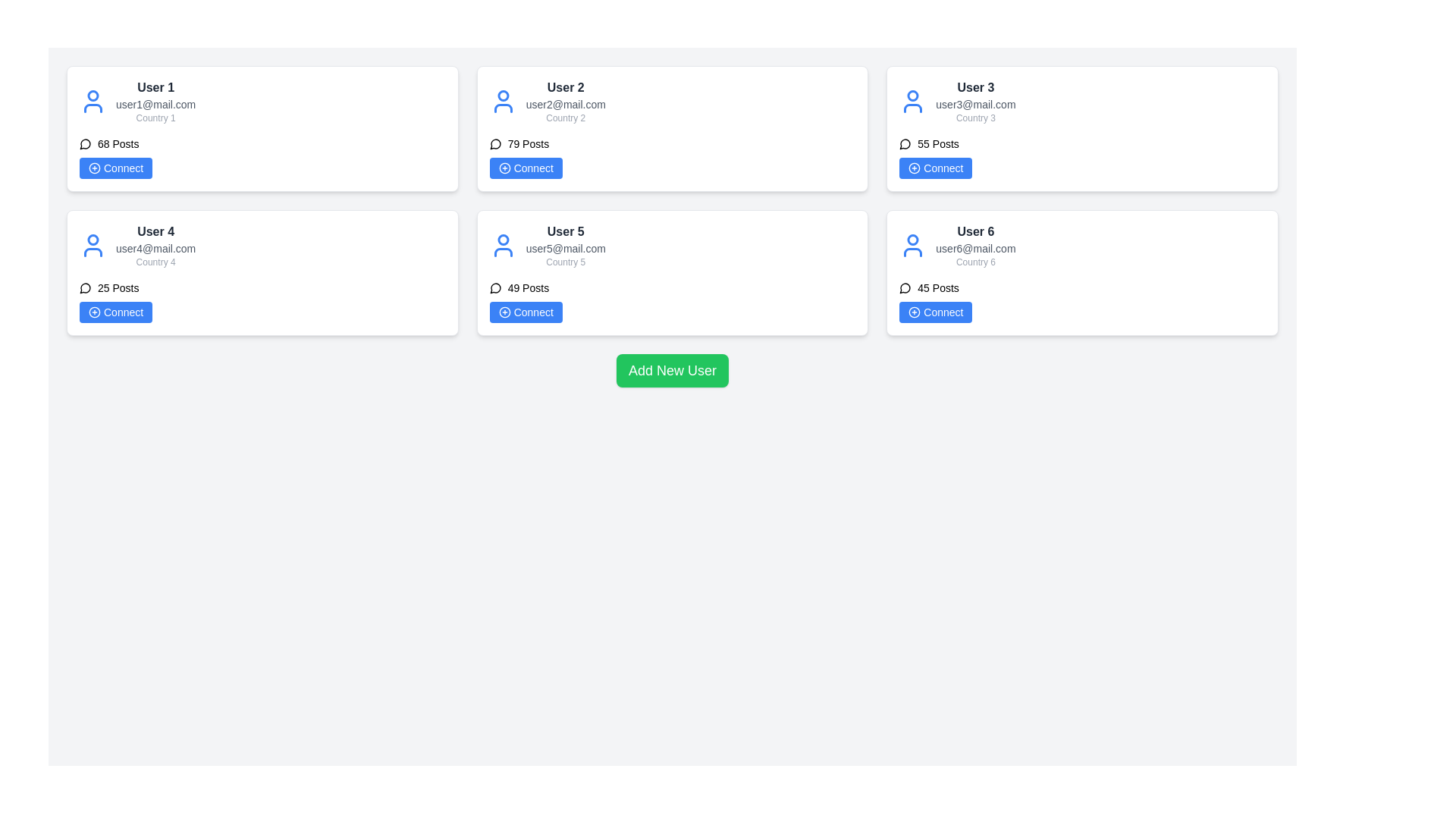 Image resolution: width=1456 pixels, height=819 pixels. What do you see at coordinates (84, 144) in the screenshot?
I see `the speech balloon or chat icon graphic element within the user card labeled 'User 1', located adjacent to the post count text '68 Posts'` at bounding box center [84, 144].